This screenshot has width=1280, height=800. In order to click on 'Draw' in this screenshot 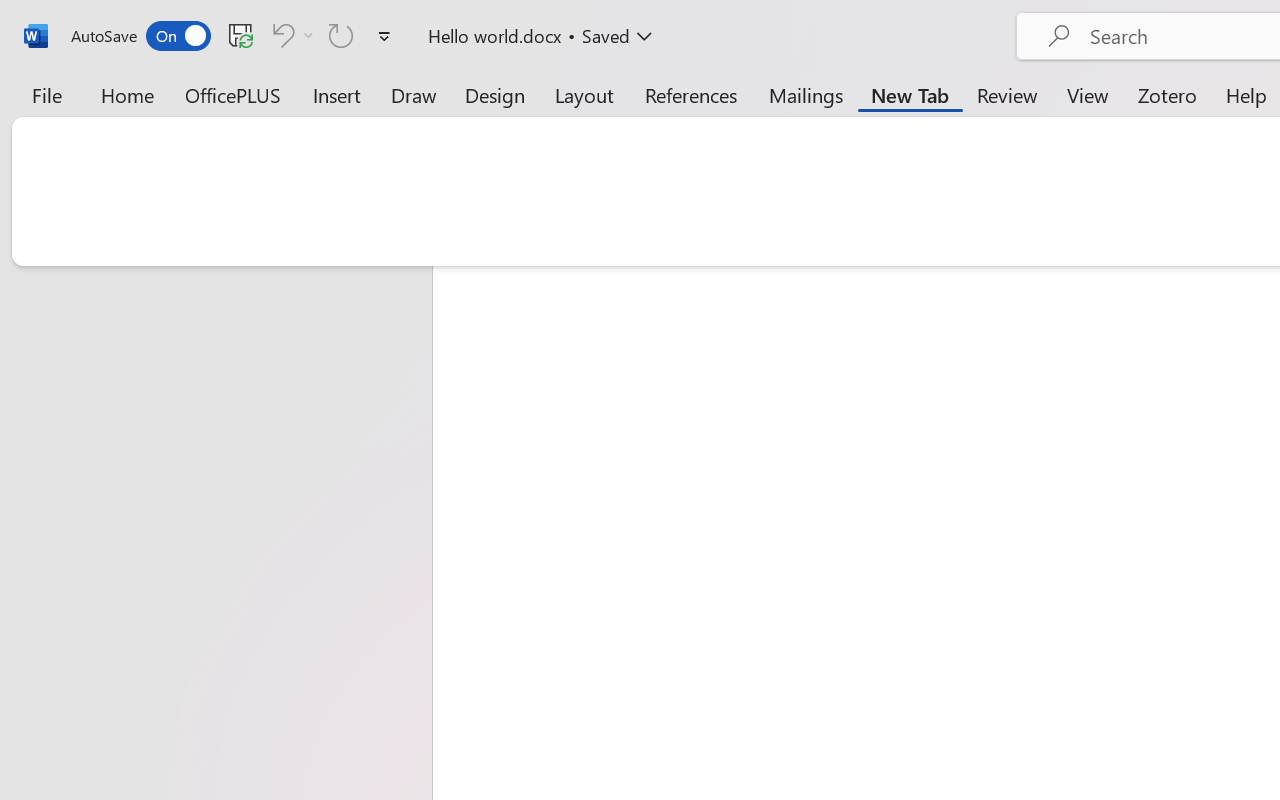, I will do `click(413, 94)`.